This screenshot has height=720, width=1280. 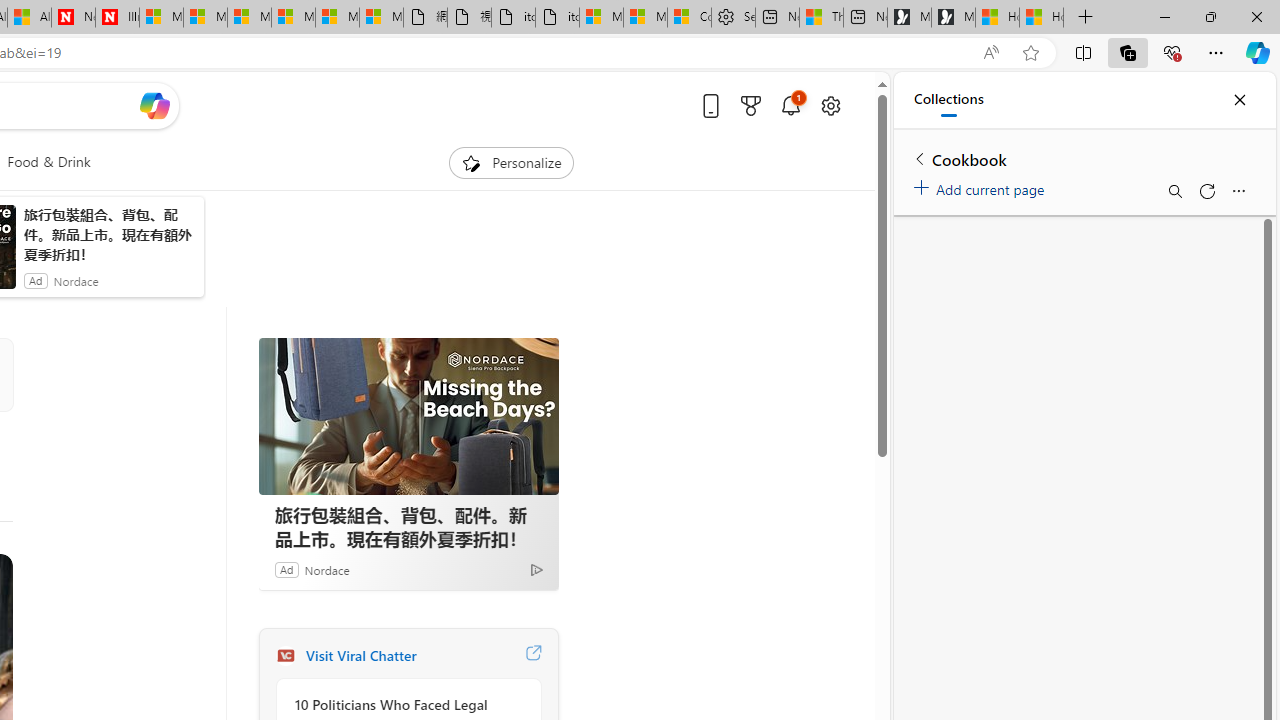 What do you see at coordinates (919, 158) in the screenshot?
I see `'Back to list of collections'` at bounding box center [919, 158].